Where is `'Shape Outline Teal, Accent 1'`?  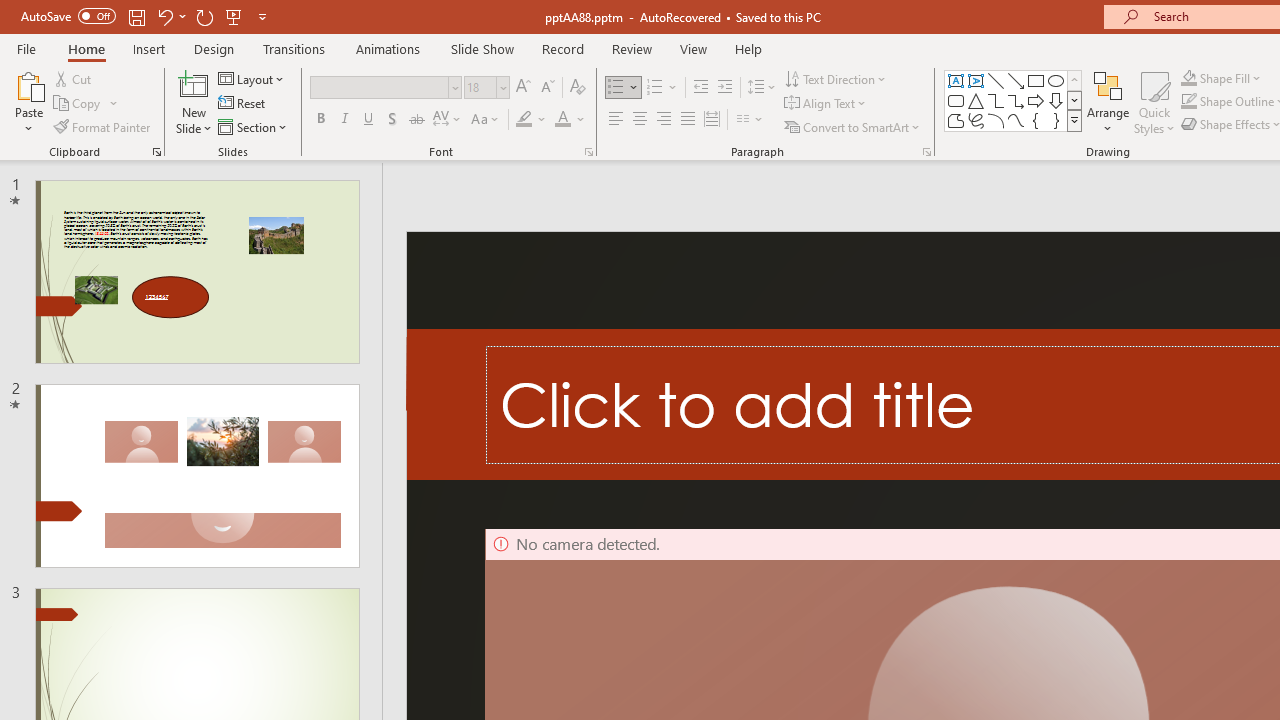
'Shape Outline Teal, Accent 1' is located at coordinates (1189, 101).